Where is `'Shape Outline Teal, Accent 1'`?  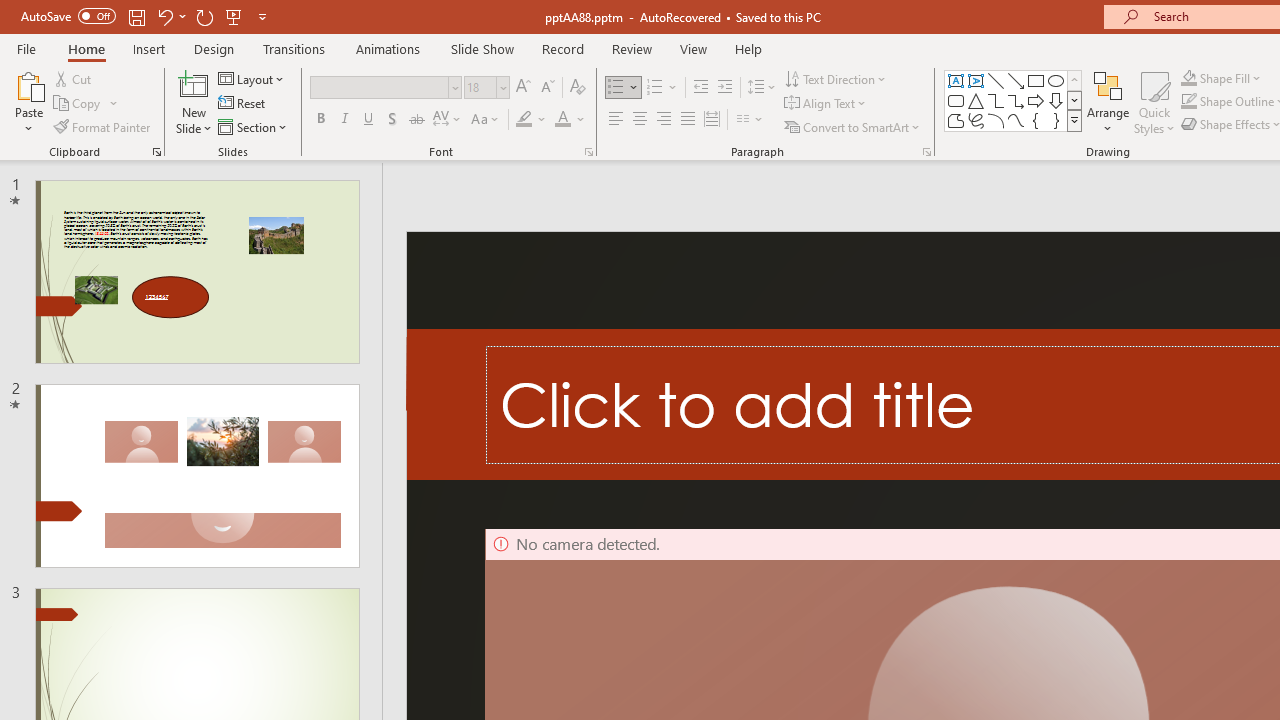
'Shape Outline Teal, Accent 1' is located at coordinates (1189, 101).